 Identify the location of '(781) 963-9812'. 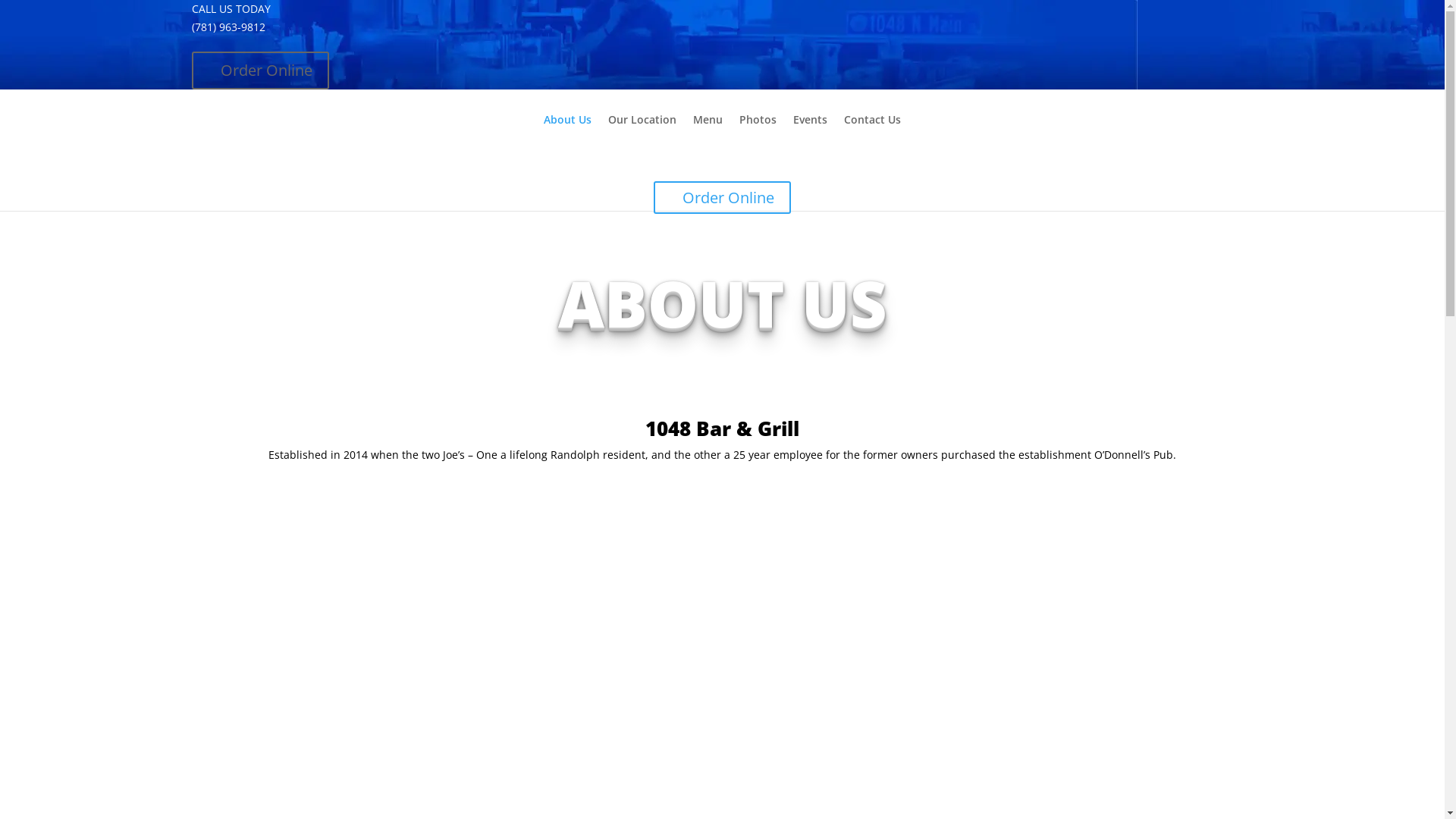
(227, 27).